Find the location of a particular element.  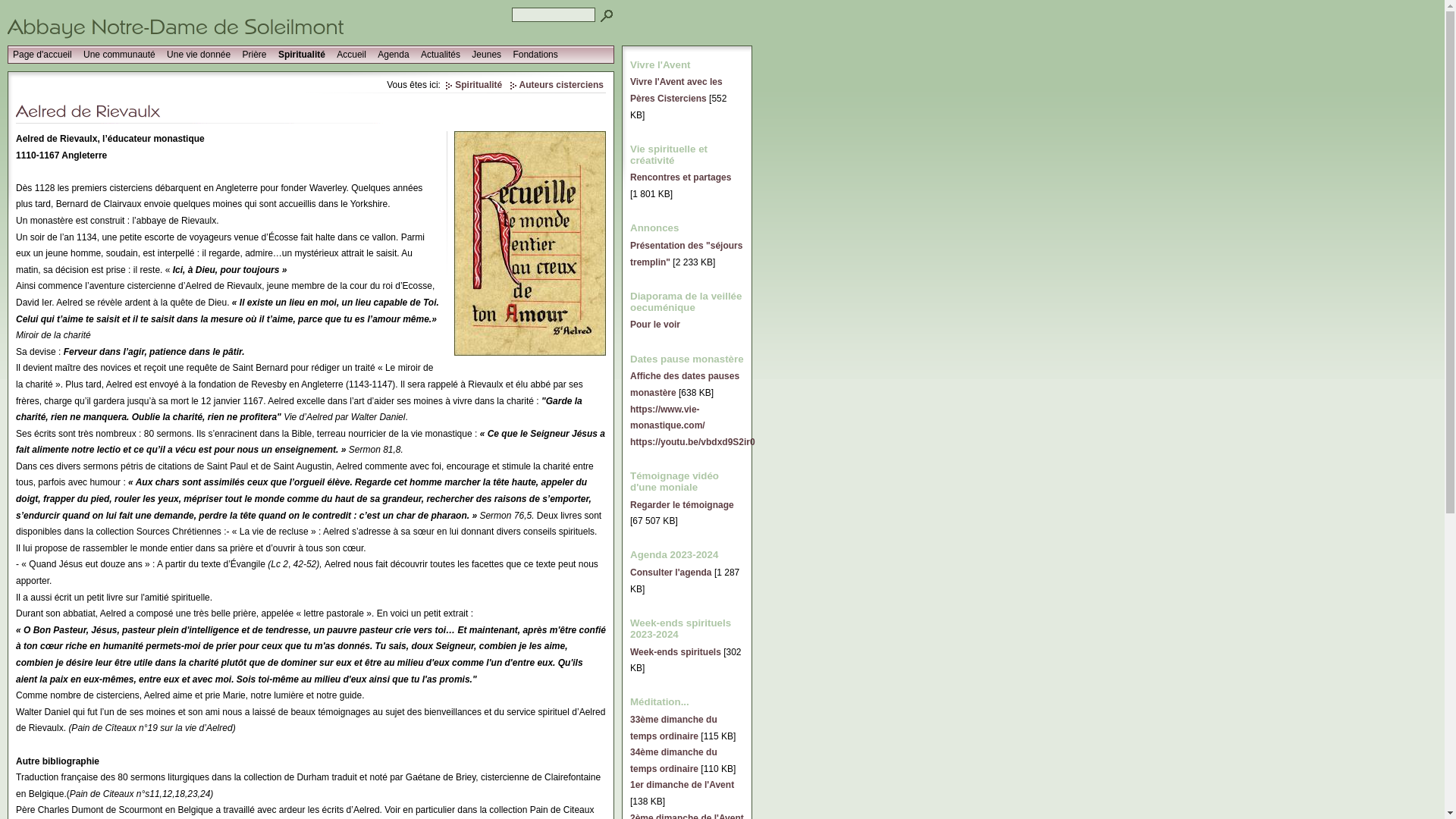

'Week-ends spirituels' is located at coordinates (629, 651).